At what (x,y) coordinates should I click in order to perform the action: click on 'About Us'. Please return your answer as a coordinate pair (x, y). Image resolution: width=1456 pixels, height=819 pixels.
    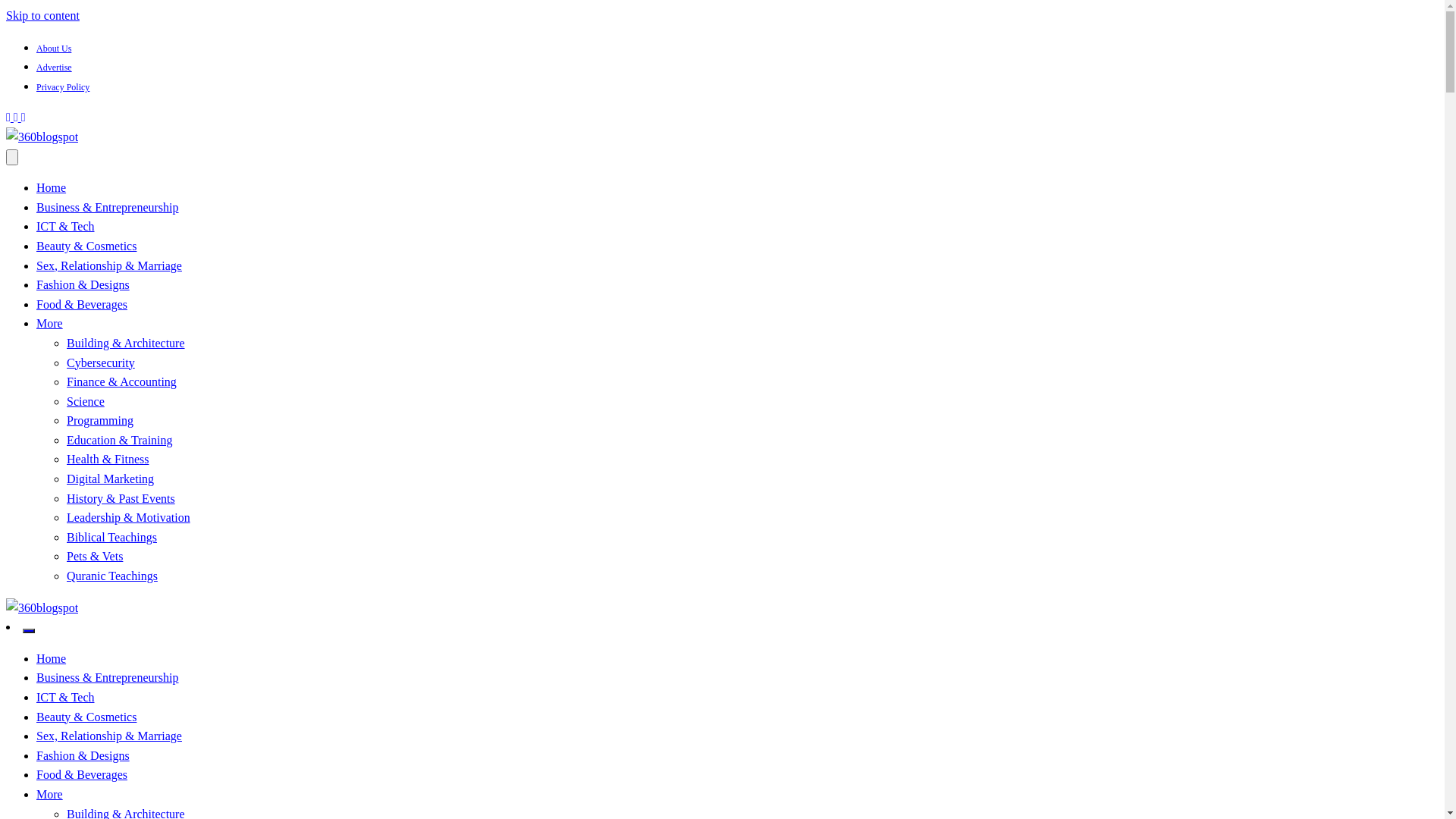
    Looking at the image, I should click on (54, 48).